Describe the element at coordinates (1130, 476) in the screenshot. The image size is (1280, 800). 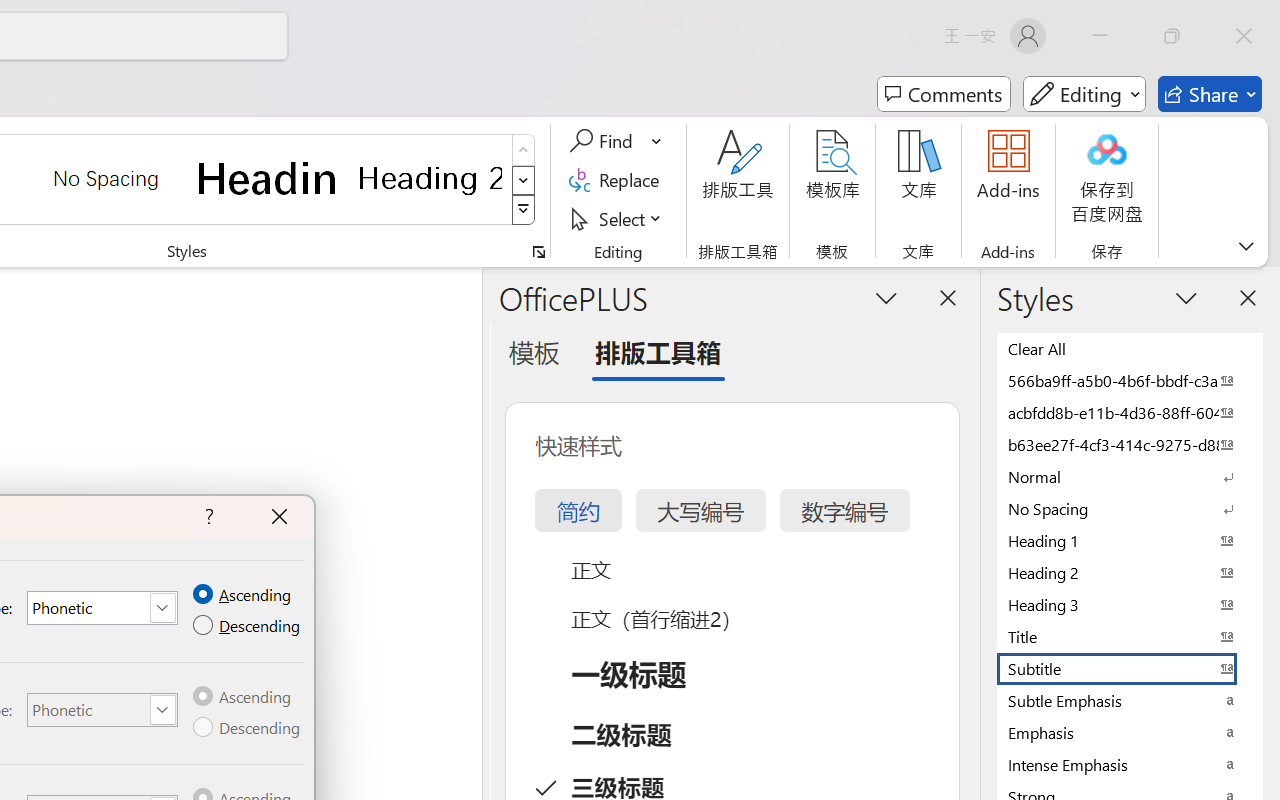
I see `'Normal'` at that location.